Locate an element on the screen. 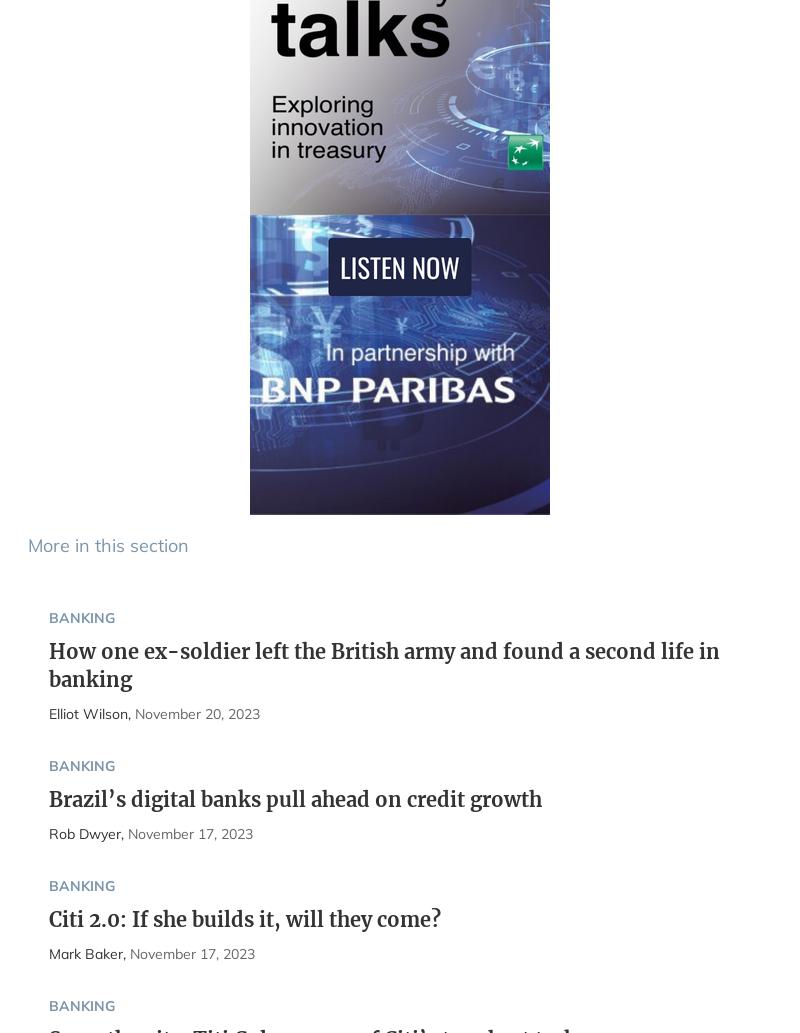 Image resolution: width=800 pixels, height=1033 pixels. 'Citi 2.0: If she builds it, will they come?' is located at coordinates (243, 917).